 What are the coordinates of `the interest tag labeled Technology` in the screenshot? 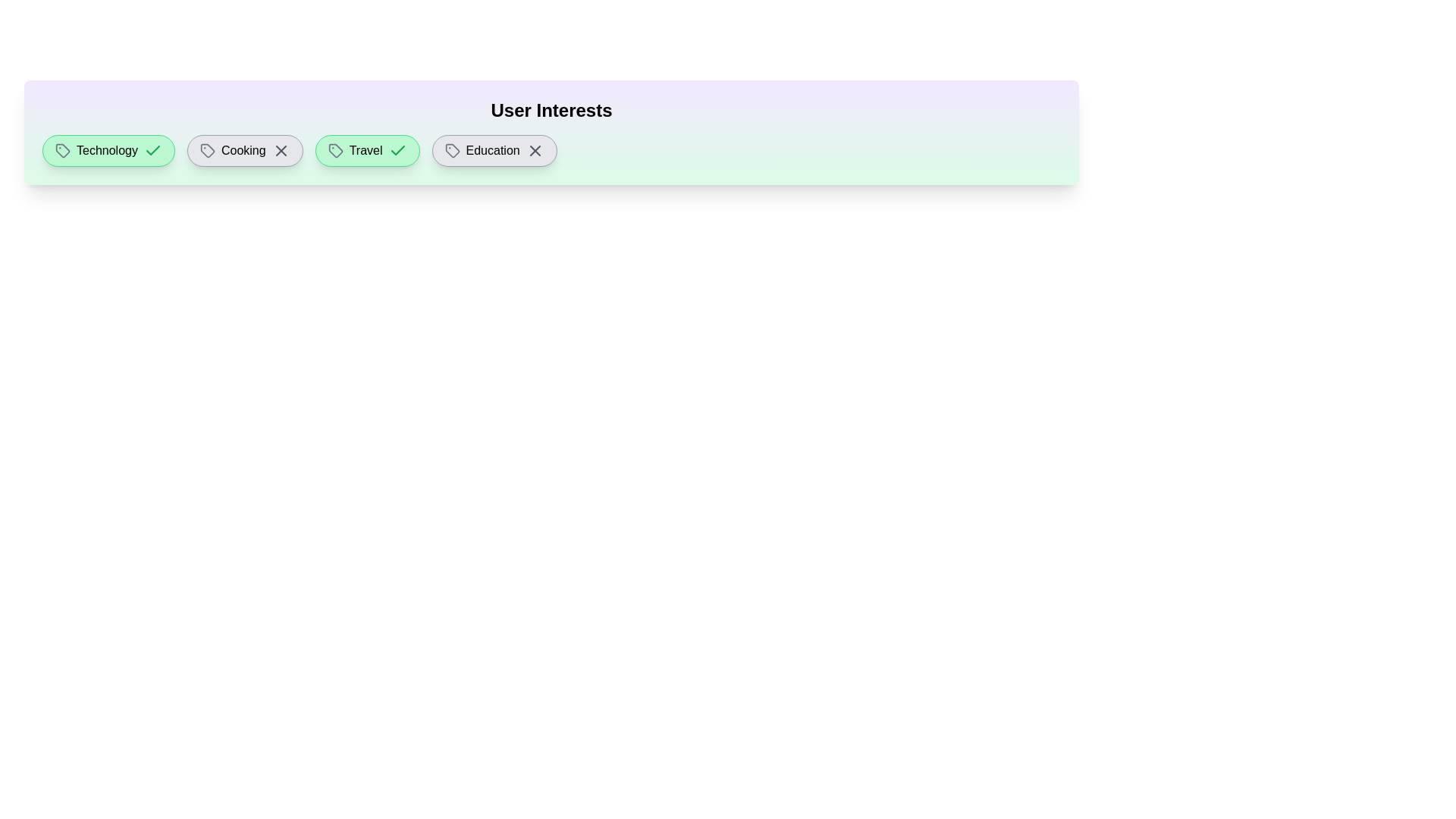 It's located at (108, 151).